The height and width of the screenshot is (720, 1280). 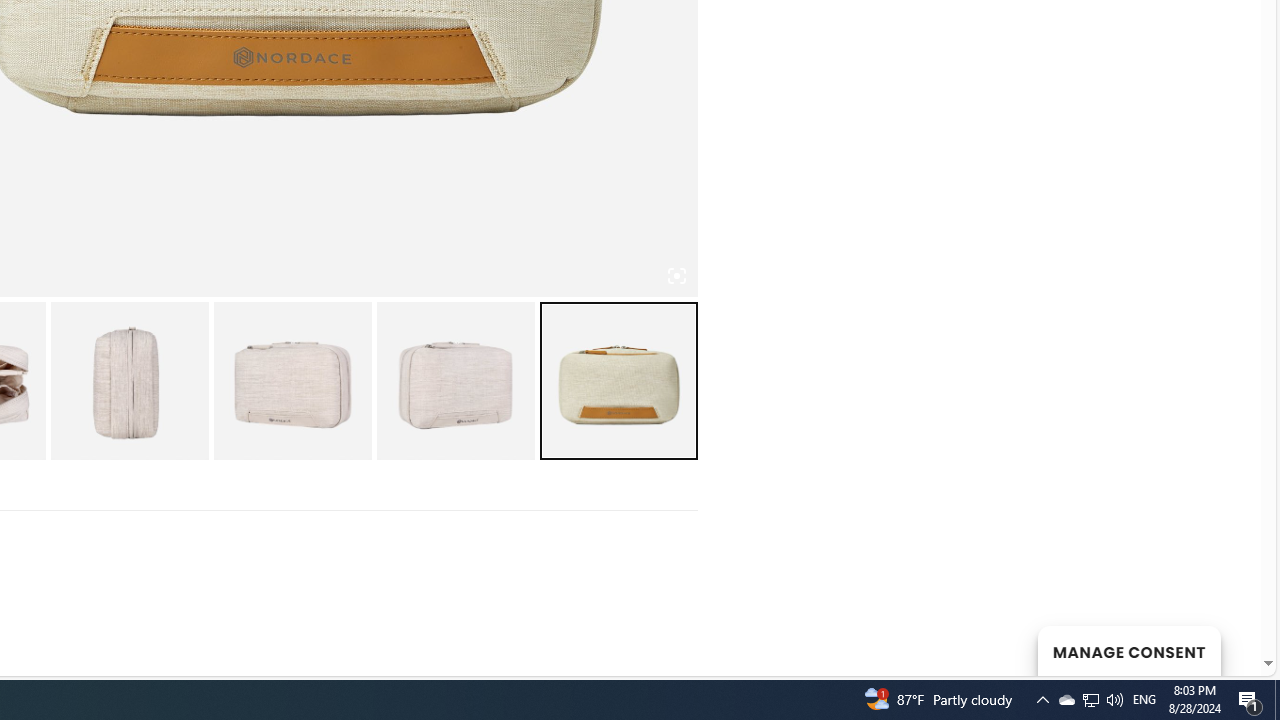 I want to click on 'MANAGE CONSENT', so click(x=1128, y=650).